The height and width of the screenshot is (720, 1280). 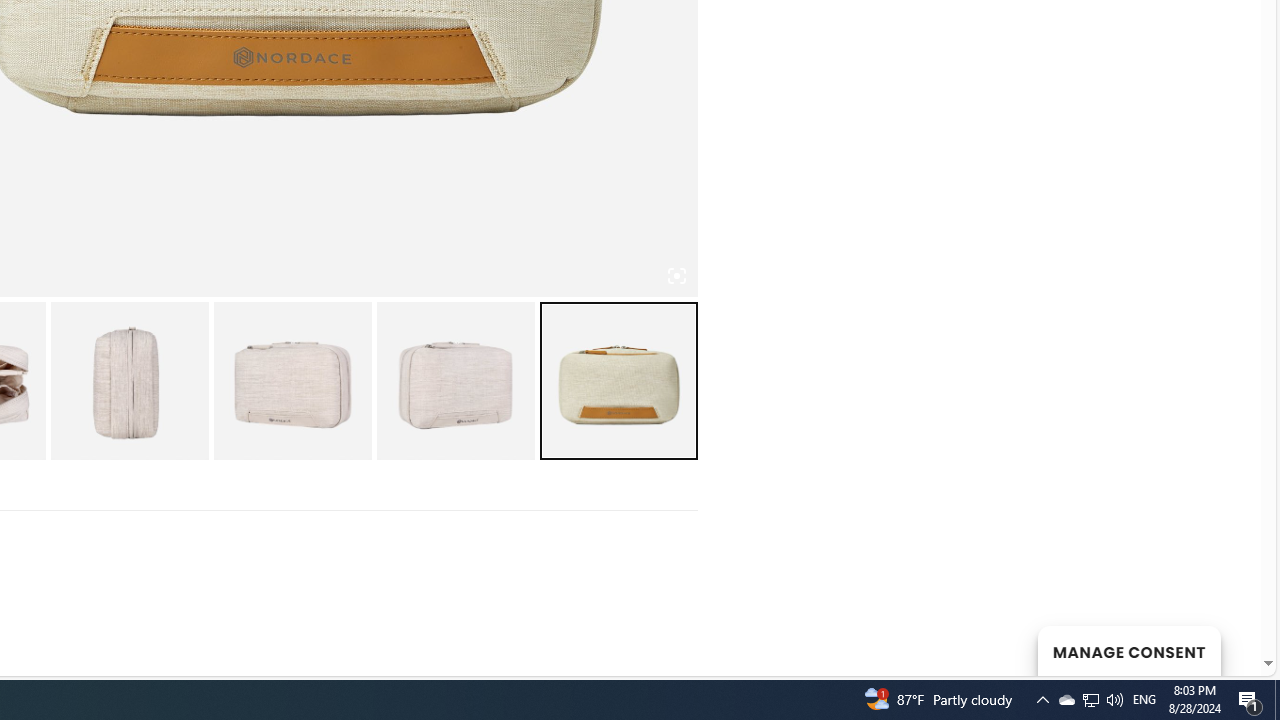 I want to click on 'MANAGE CONSENT', so click(x=1128, y=650).